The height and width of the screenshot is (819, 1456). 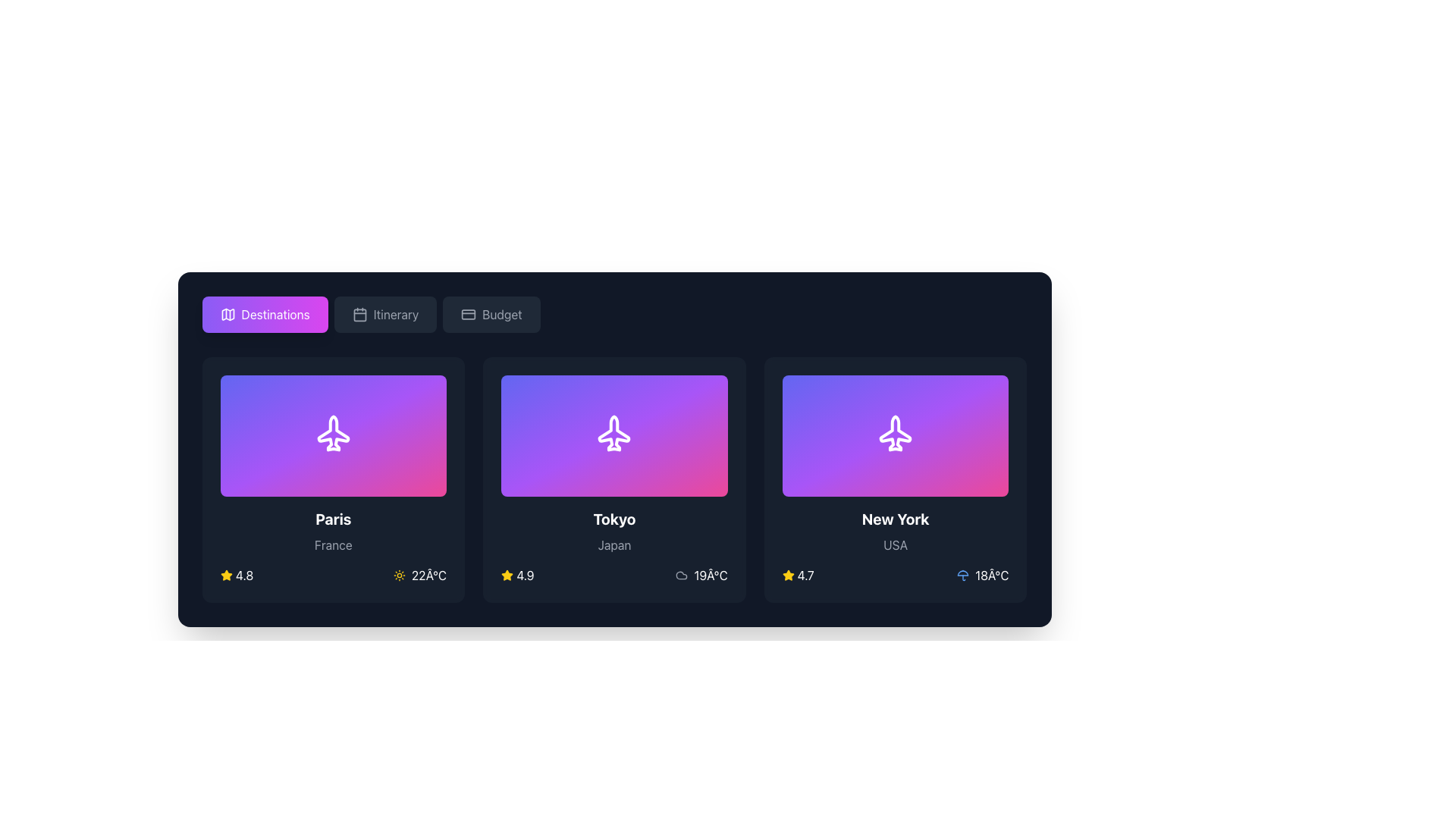 What do you see at coordinates (710, 576) in the screenshot?
I see `the text label displaying the current temperature in the bottom-right corner of the 'Tokyo' weather card, which is adjacent to the weather icon` at bounding box center [710, 576].